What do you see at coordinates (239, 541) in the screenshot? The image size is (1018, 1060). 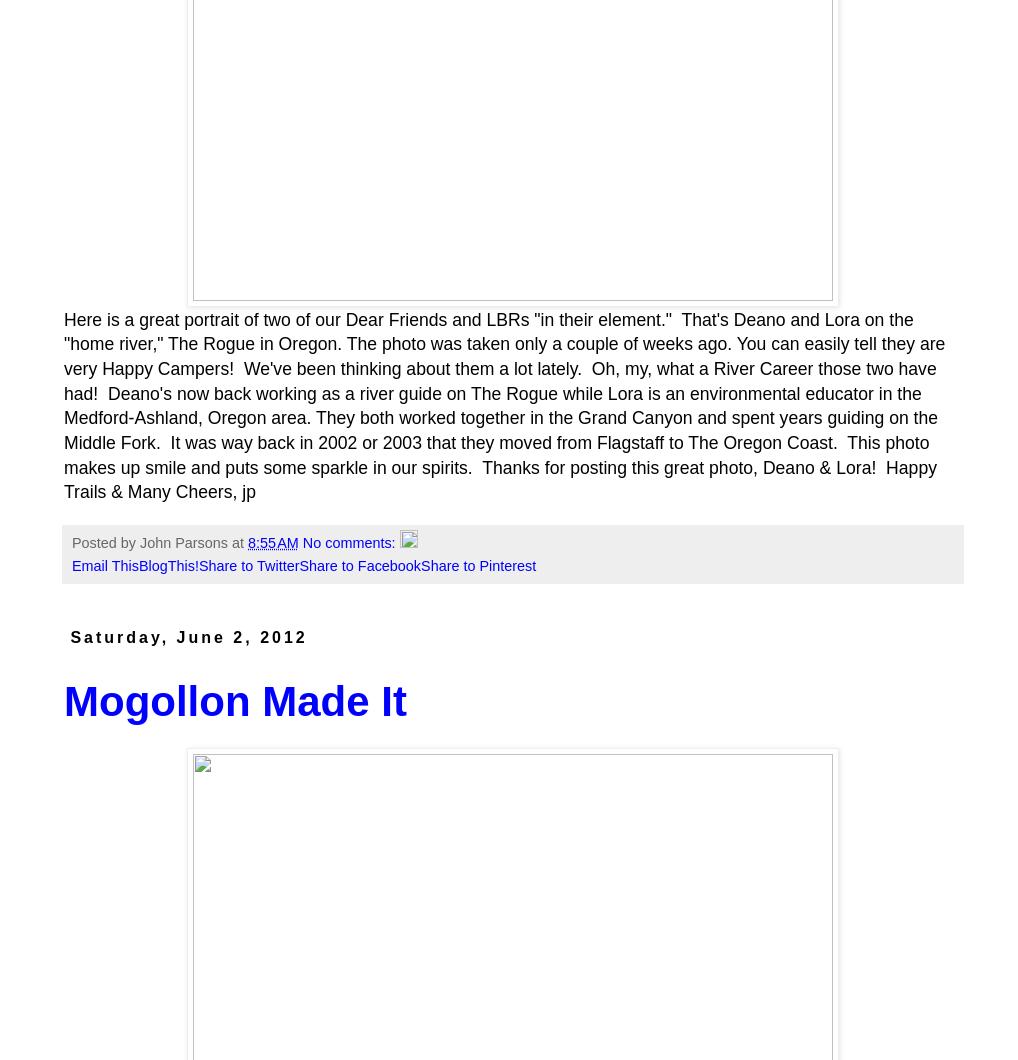 I see `'at'` at bounding box center [239, 541].